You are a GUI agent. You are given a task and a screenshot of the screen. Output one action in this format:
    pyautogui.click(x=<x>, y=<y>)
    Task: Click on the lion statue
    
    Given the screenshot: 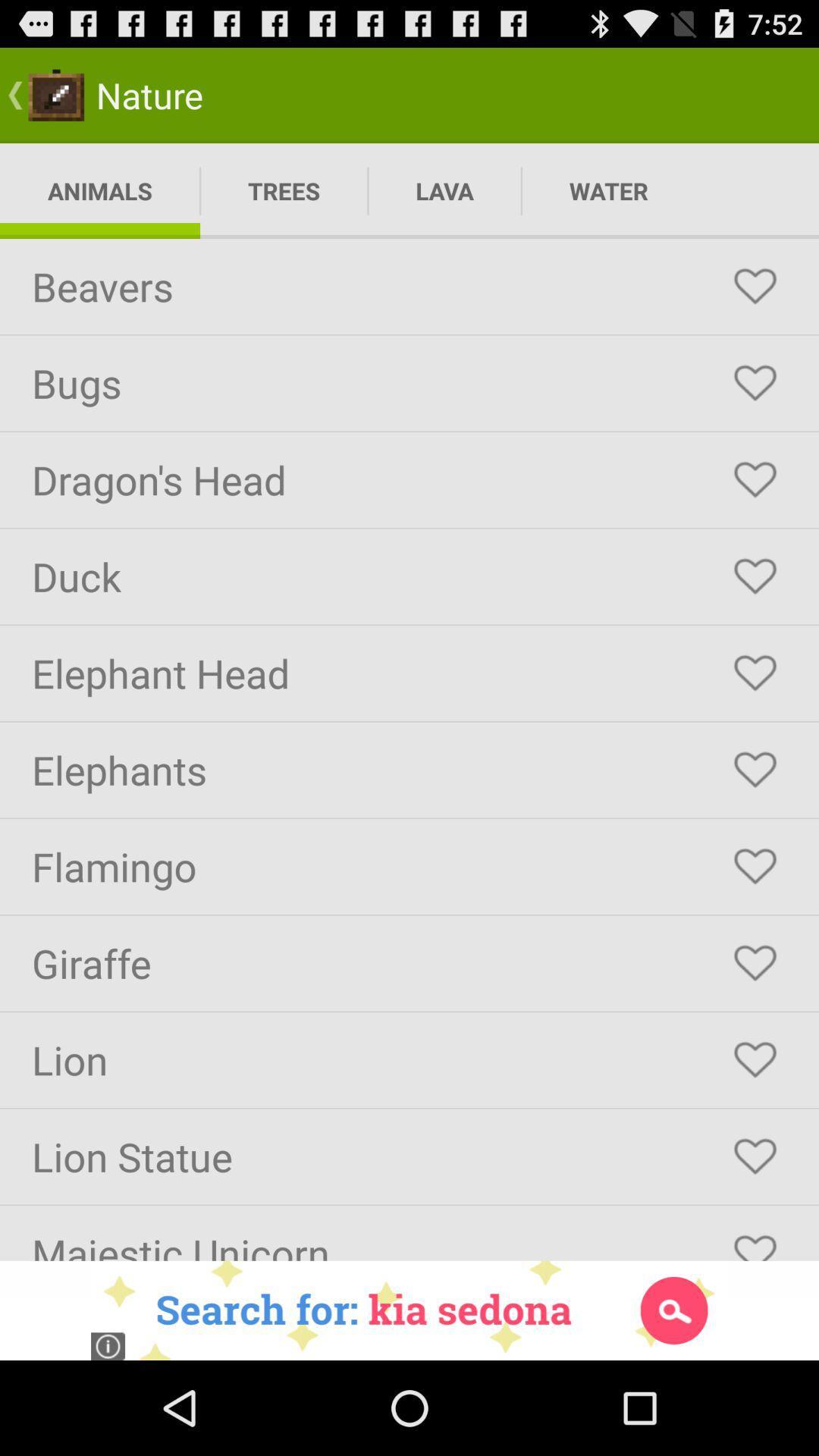 What is the action you would take?
    pyautogui.click(x=755, y=1156)
    